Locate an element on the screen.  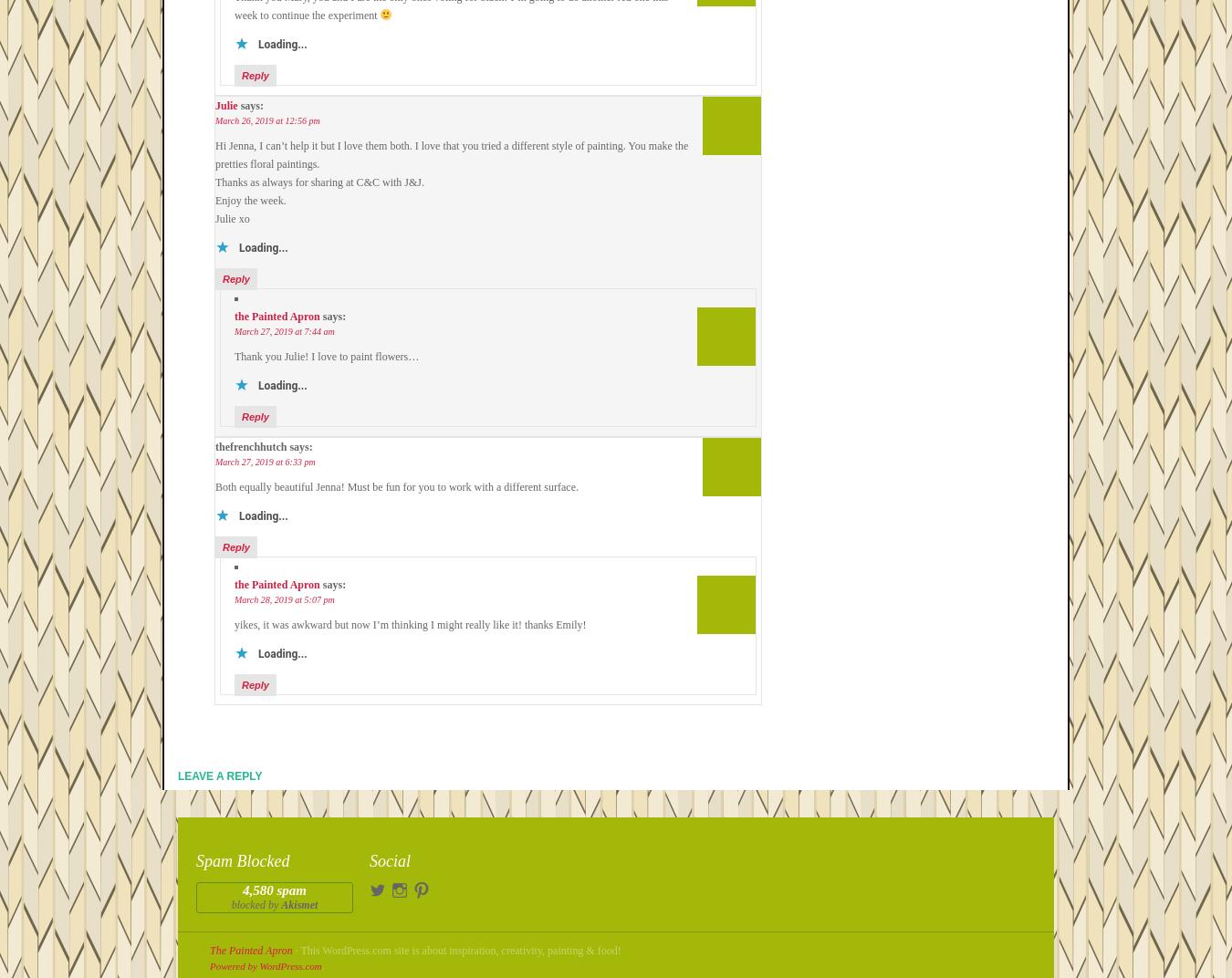
'yikes, it was awkward but now I’m thinking I might really like it! thanks Emily!' is located at coordinates (410, 624).